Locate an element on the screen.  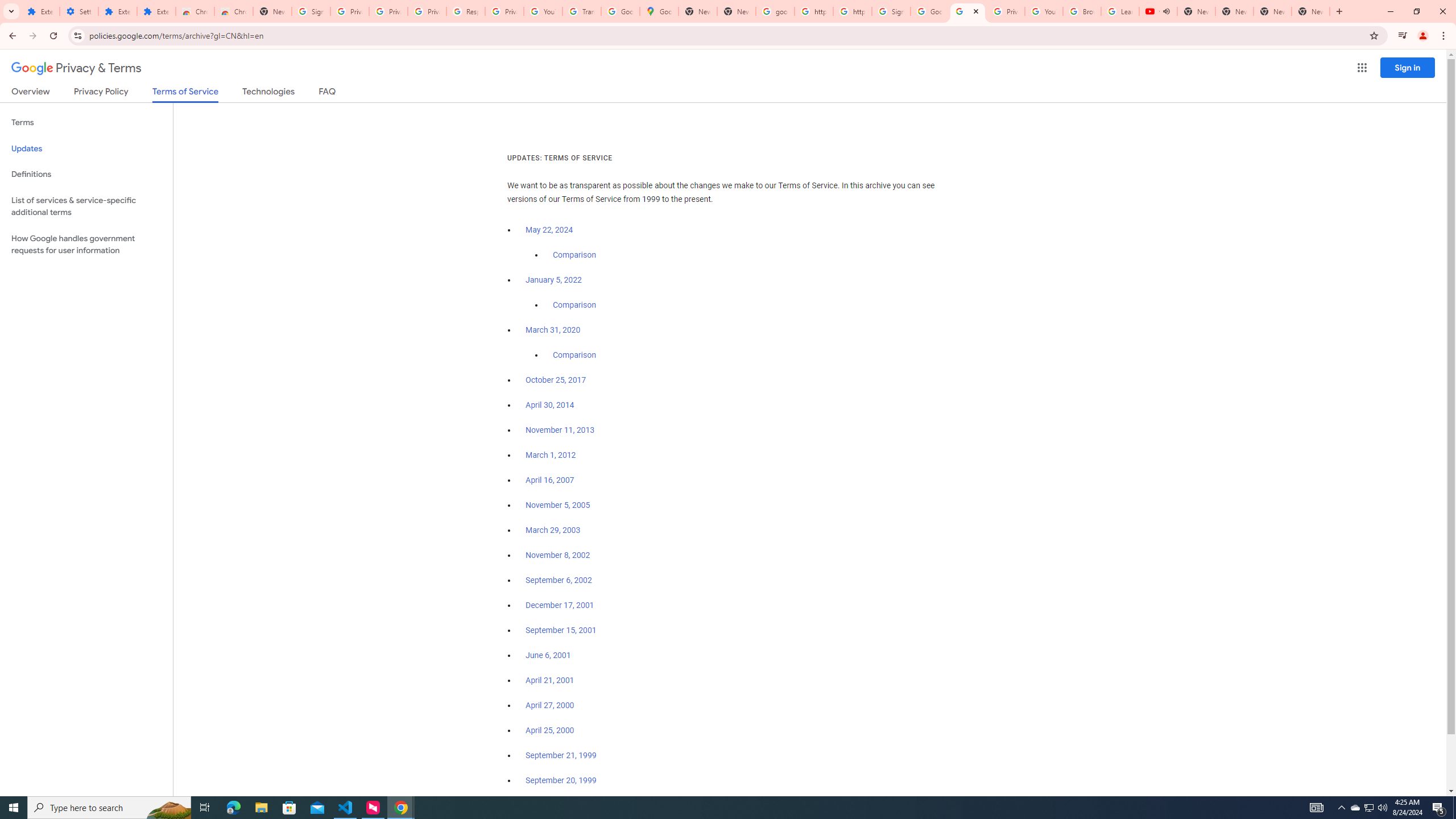
'May 22, 2024' is located at coordinates (549, 230).